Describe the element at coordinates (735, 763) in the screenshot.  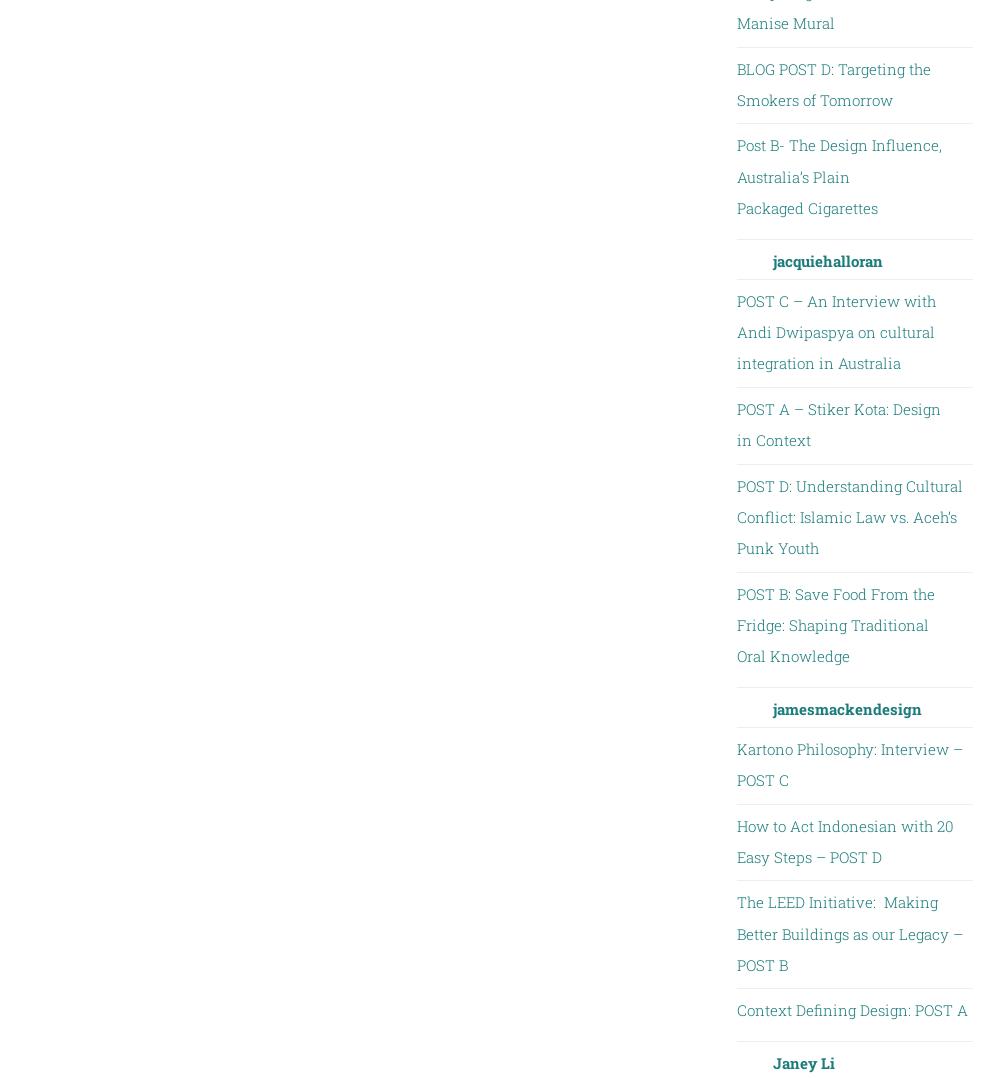
I see `'Kartono Philosophy: Interview – POST C'` at that location.